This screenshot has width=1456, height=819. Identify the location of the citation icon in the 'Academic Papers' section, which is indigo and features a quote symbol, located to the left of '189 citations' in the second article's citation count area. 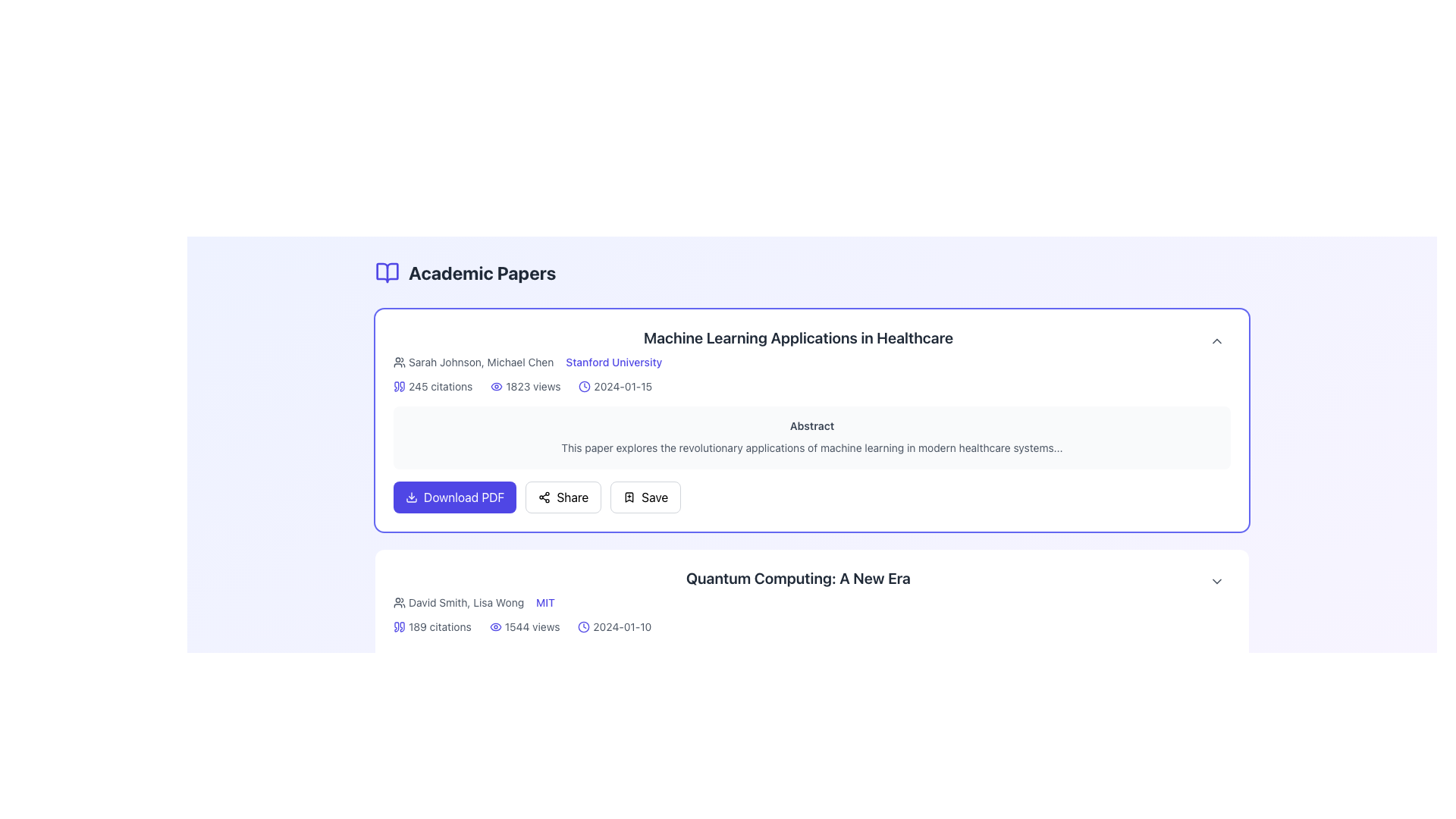
(402, 626).